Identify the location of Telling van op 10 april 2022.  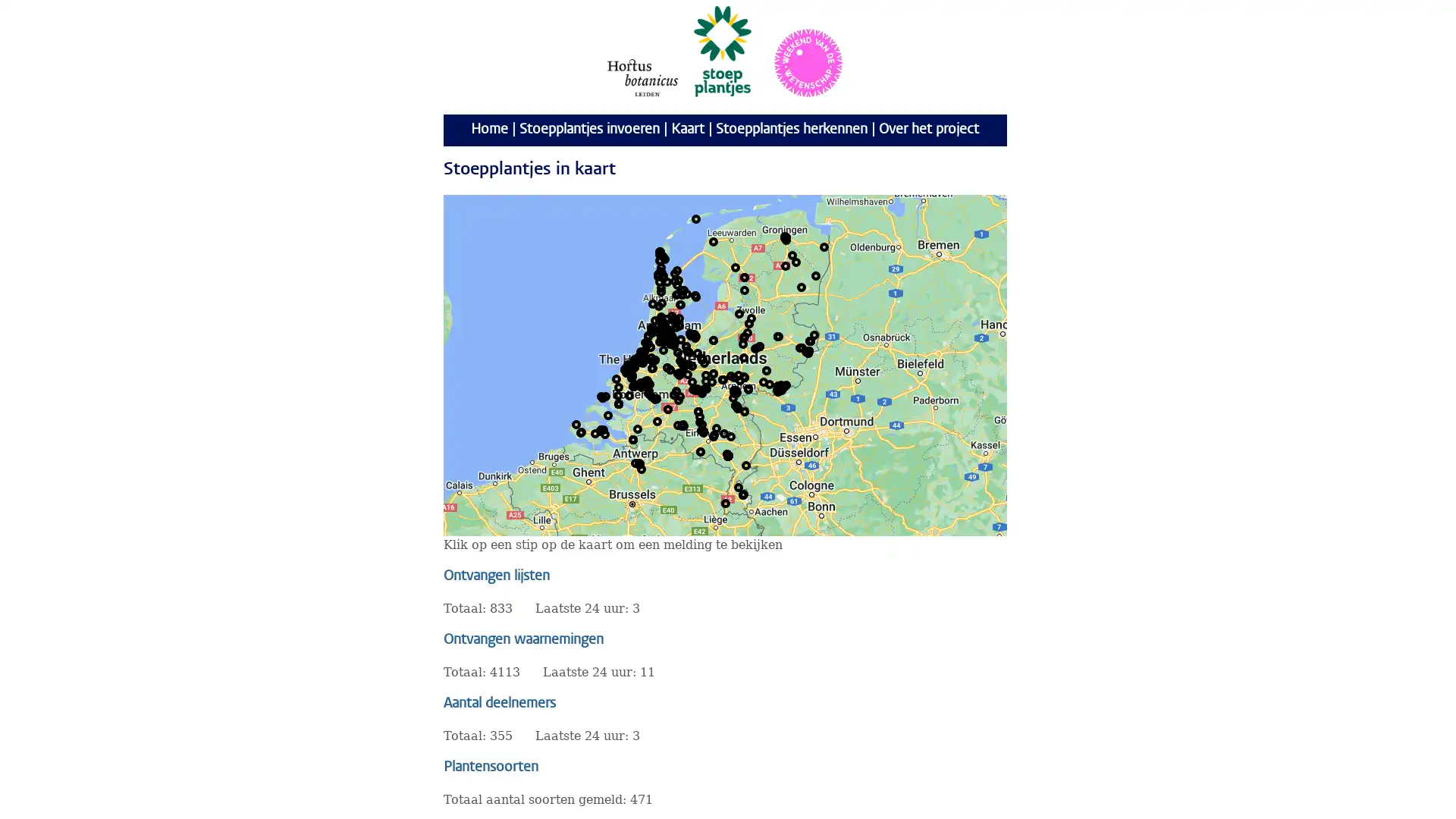
(800, 287).